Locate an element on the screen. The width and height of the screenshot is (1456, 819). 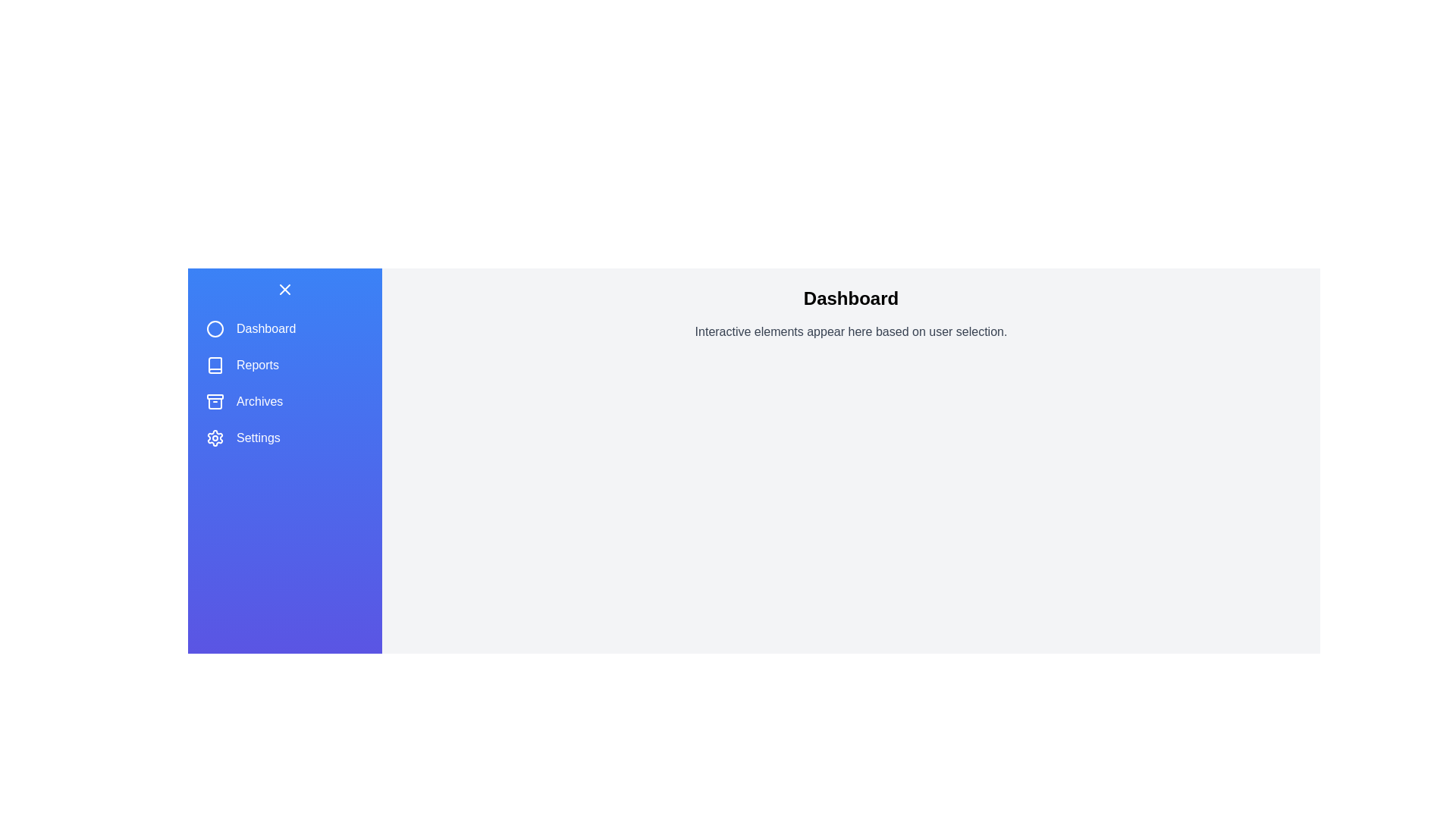
the menu item Reports is located at coordinates (284, 366).